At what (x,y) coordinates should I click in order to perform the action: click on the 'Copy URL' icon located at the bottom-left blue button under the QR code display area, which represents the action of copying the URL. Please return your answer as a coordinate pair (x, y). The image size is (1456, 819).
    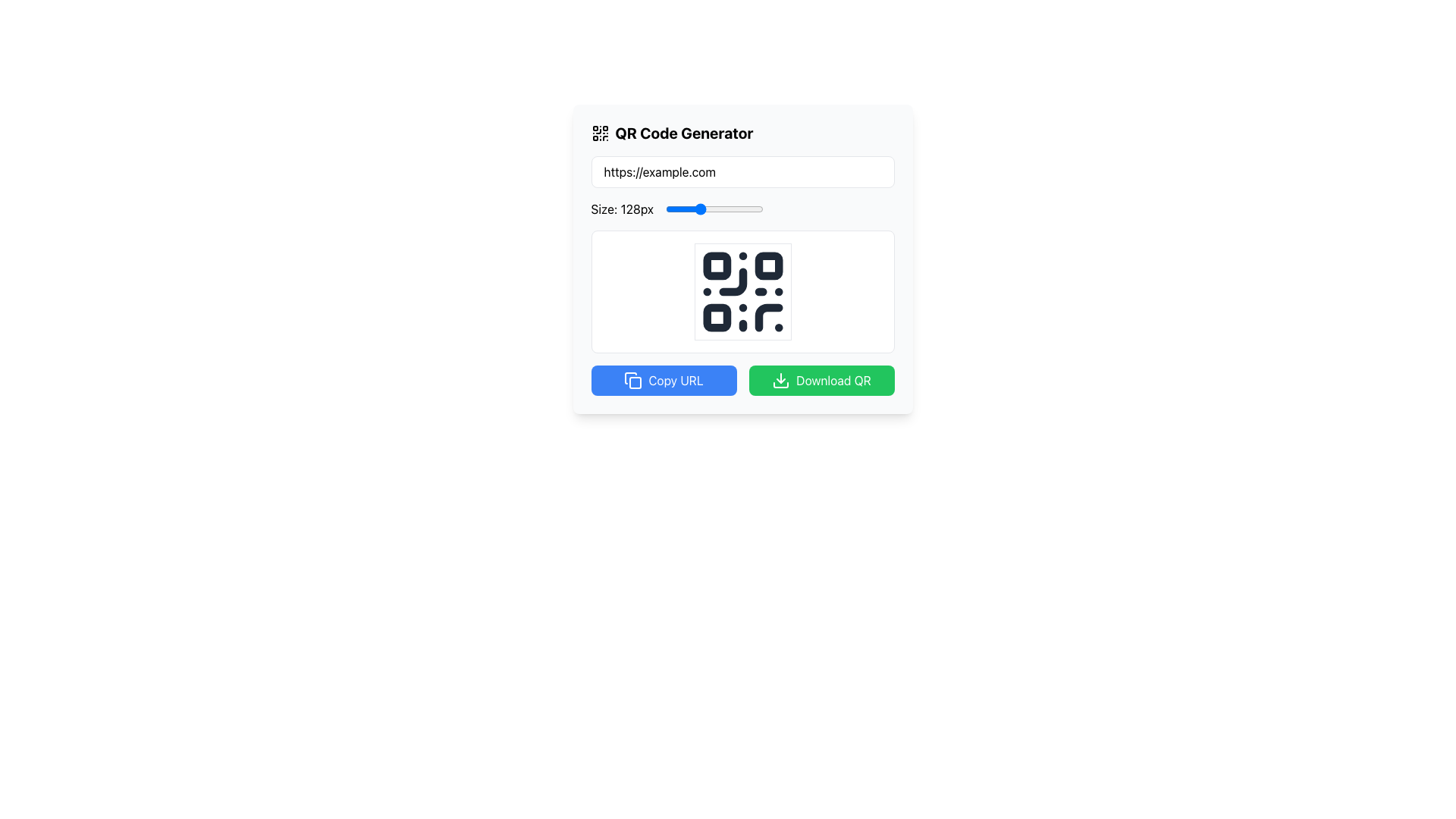
    Looking at the image, I should click on (633, 379).